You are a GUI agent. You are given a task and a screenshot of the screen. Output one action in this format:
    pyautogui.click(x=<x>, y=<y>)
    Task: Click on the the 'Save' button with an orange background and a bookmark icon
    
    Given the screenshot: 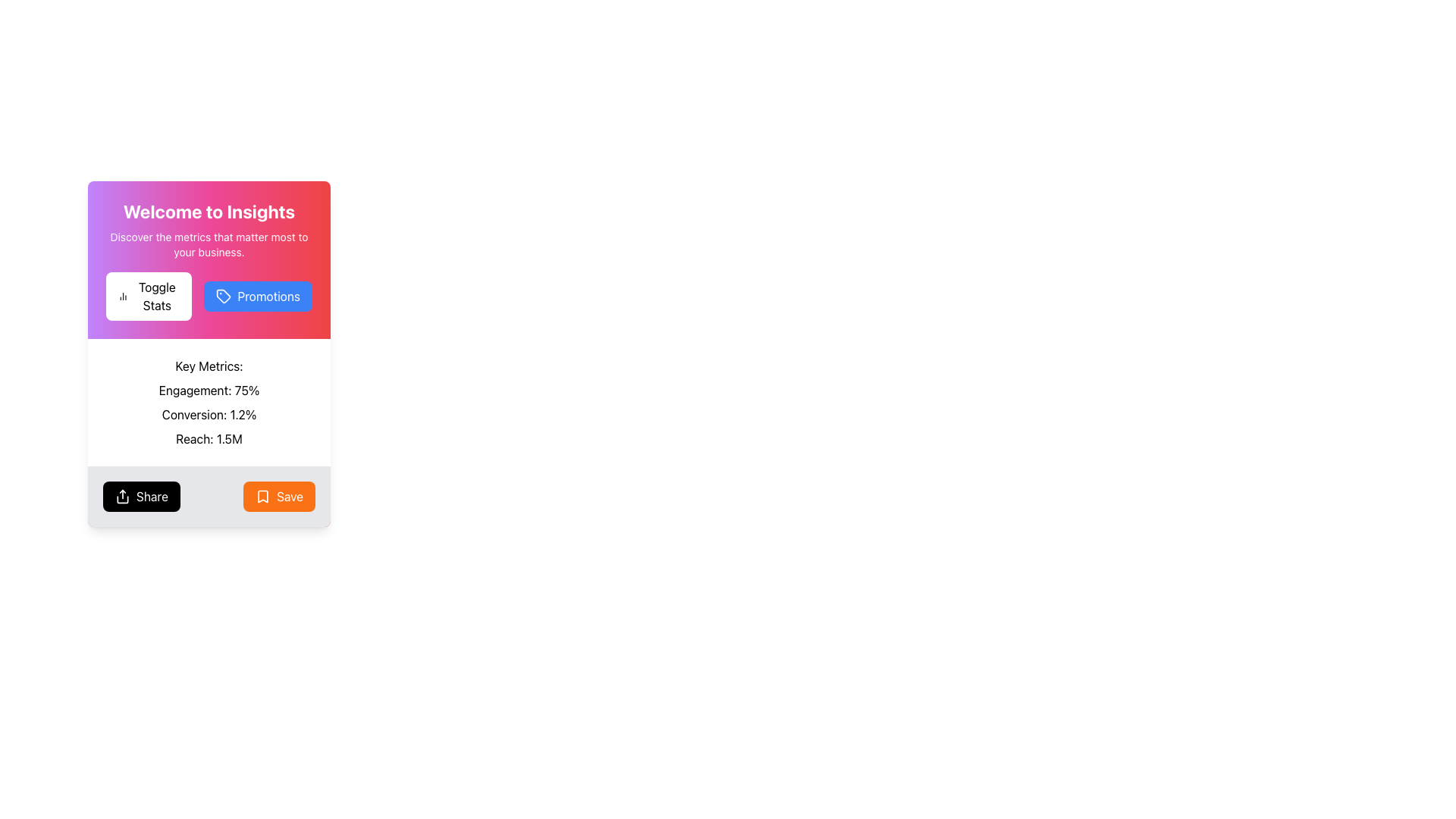 What is the action you would take?
    pyautogui.click(x=279, y=497)
    